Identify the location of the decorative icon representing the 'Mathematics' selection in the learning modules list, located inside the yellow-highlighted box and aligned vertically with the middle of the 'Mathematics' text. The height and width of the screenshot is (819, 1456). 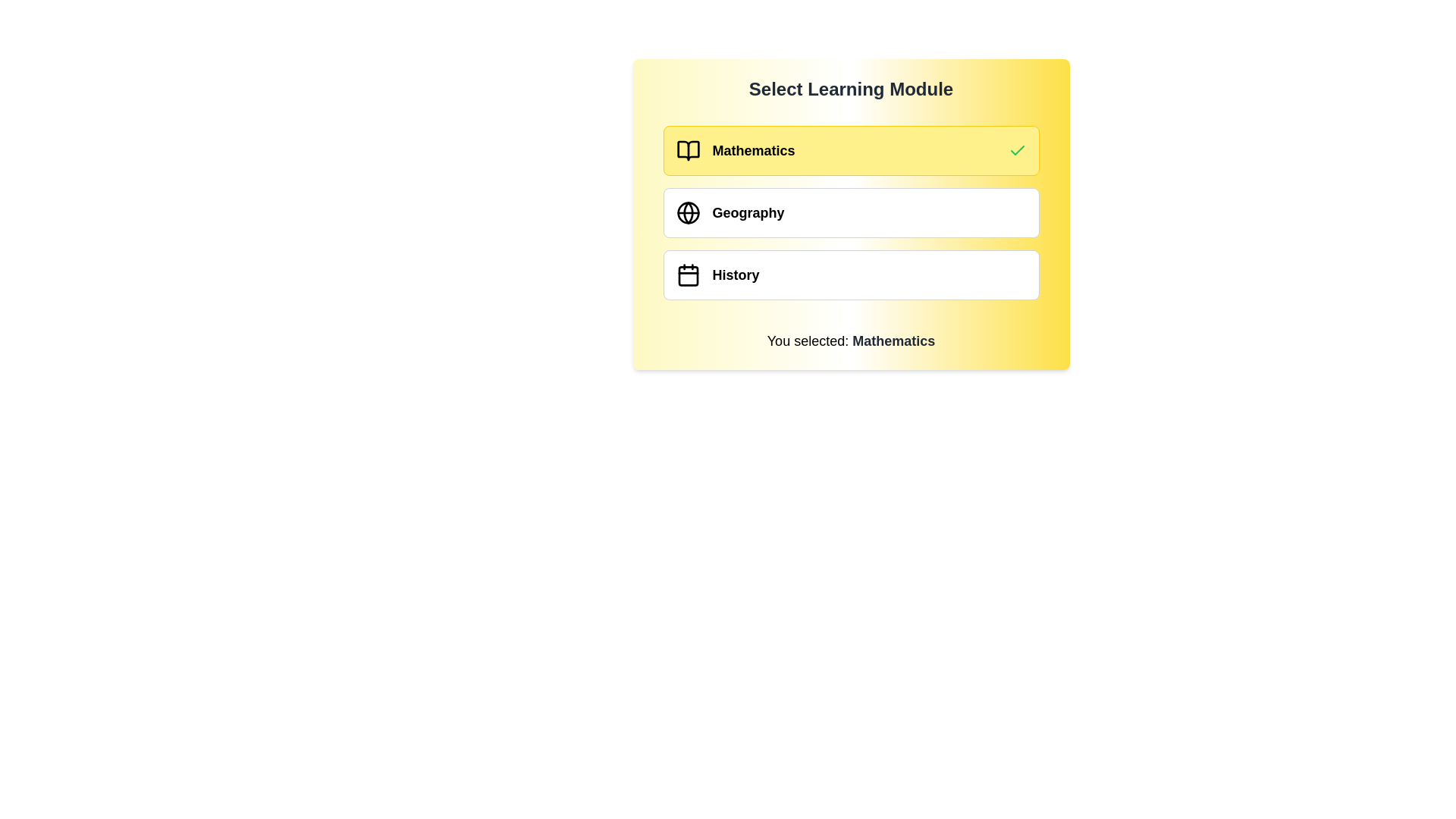
(687, 151).